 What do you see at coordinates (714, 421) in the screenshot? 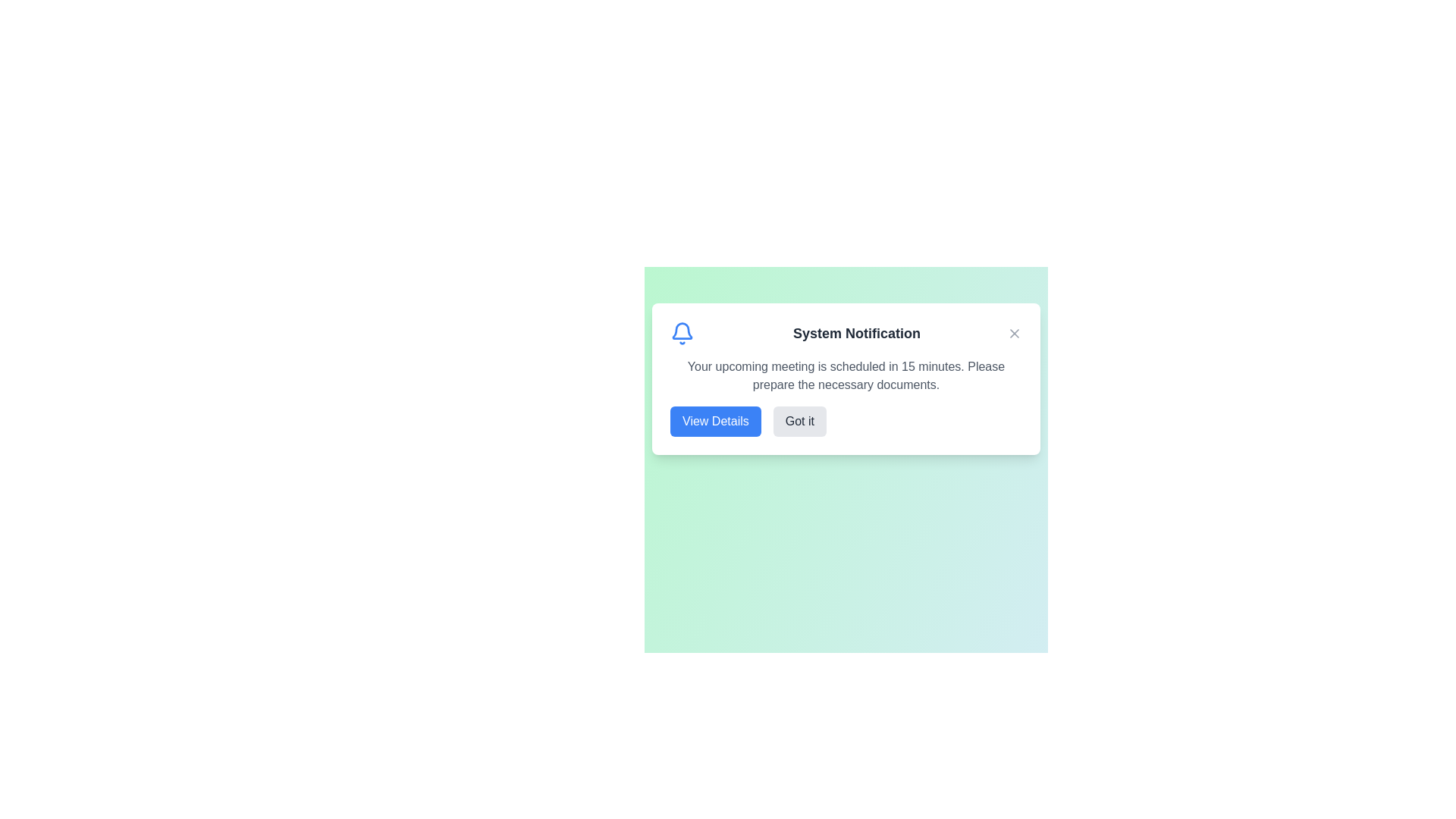
I see `the 'View Details' button` at bounding box center [714, 421].